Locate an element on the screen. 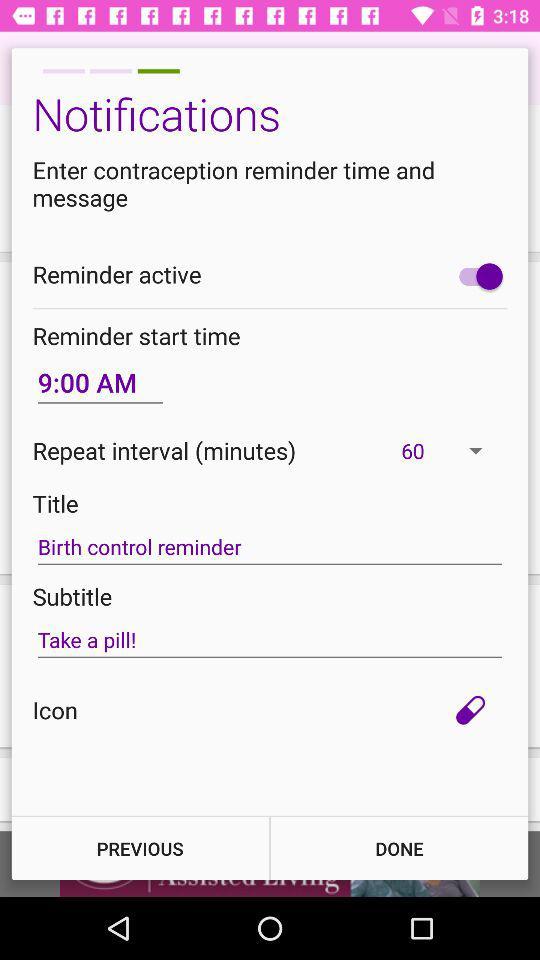 The height and width of the screenshot is (960, 540). the icon above the repeat interval (minutes) icon is located at coordinates (99, 381).